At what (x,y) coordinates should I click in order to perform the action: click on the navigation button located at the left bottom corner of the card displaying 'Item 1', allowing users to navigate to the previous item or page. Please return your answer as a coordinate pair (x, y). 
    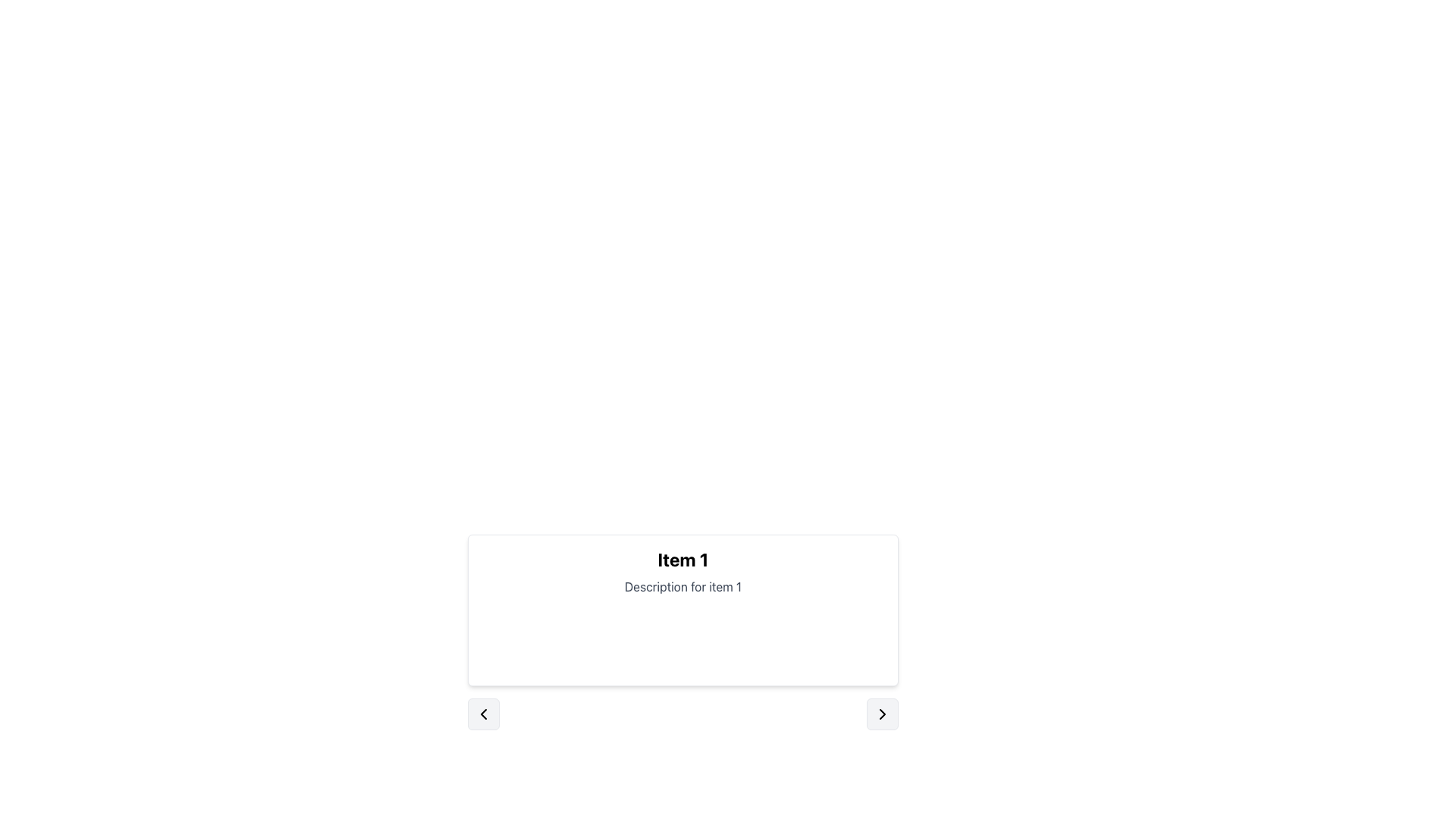
    Looking at the image, I should click on (483, 714).